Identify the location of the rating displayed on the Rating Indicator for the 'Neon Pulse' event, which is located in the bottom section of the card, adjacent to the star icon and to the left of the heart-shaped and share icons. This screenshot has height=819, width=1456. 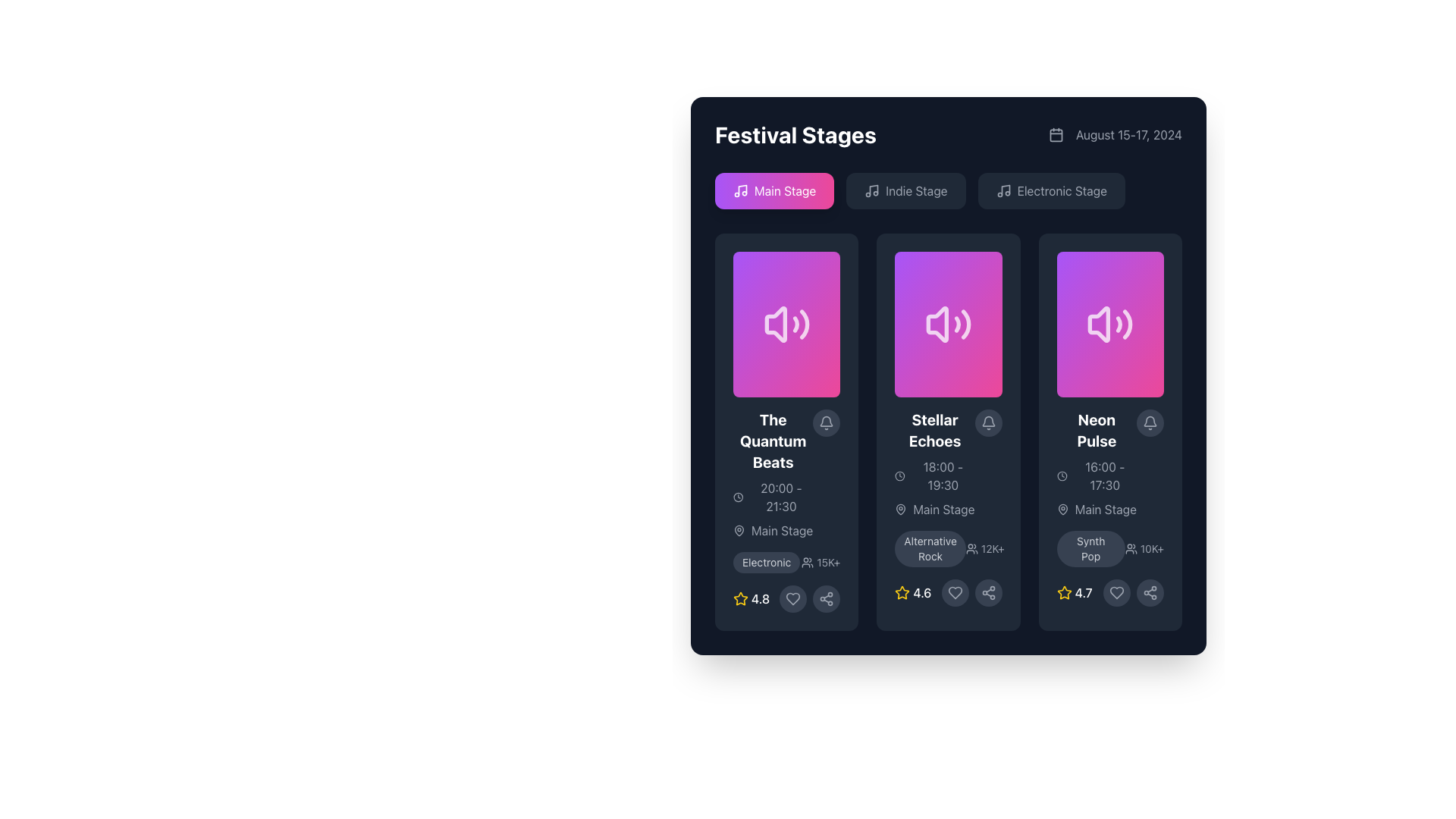
(1074, 592).